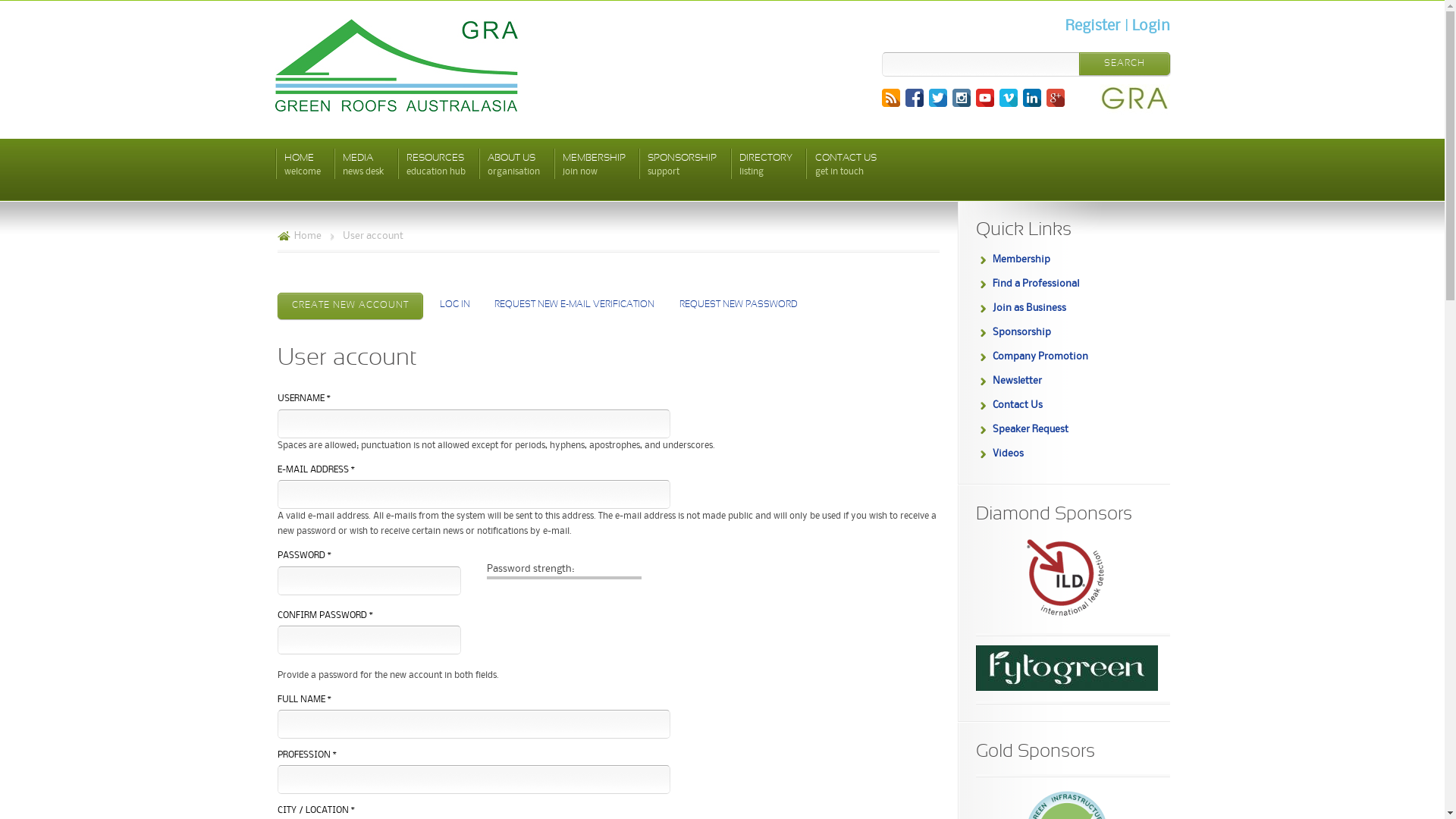  Describe the element at coordinates (349, 305) in the screenshot. I see `'CREATE NEW ACCOUNT` at that location.